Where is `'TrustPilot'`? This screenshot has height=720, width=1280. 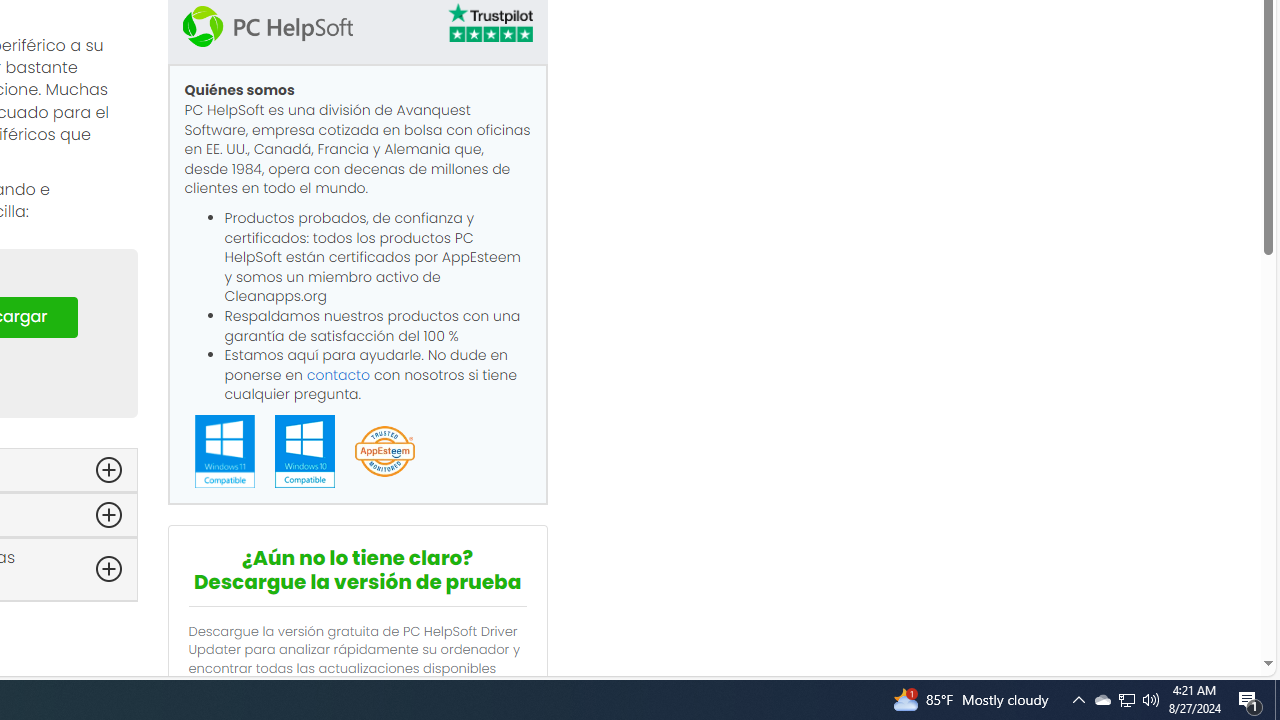 'TrustPilot' is located at coordinates (489, 26).